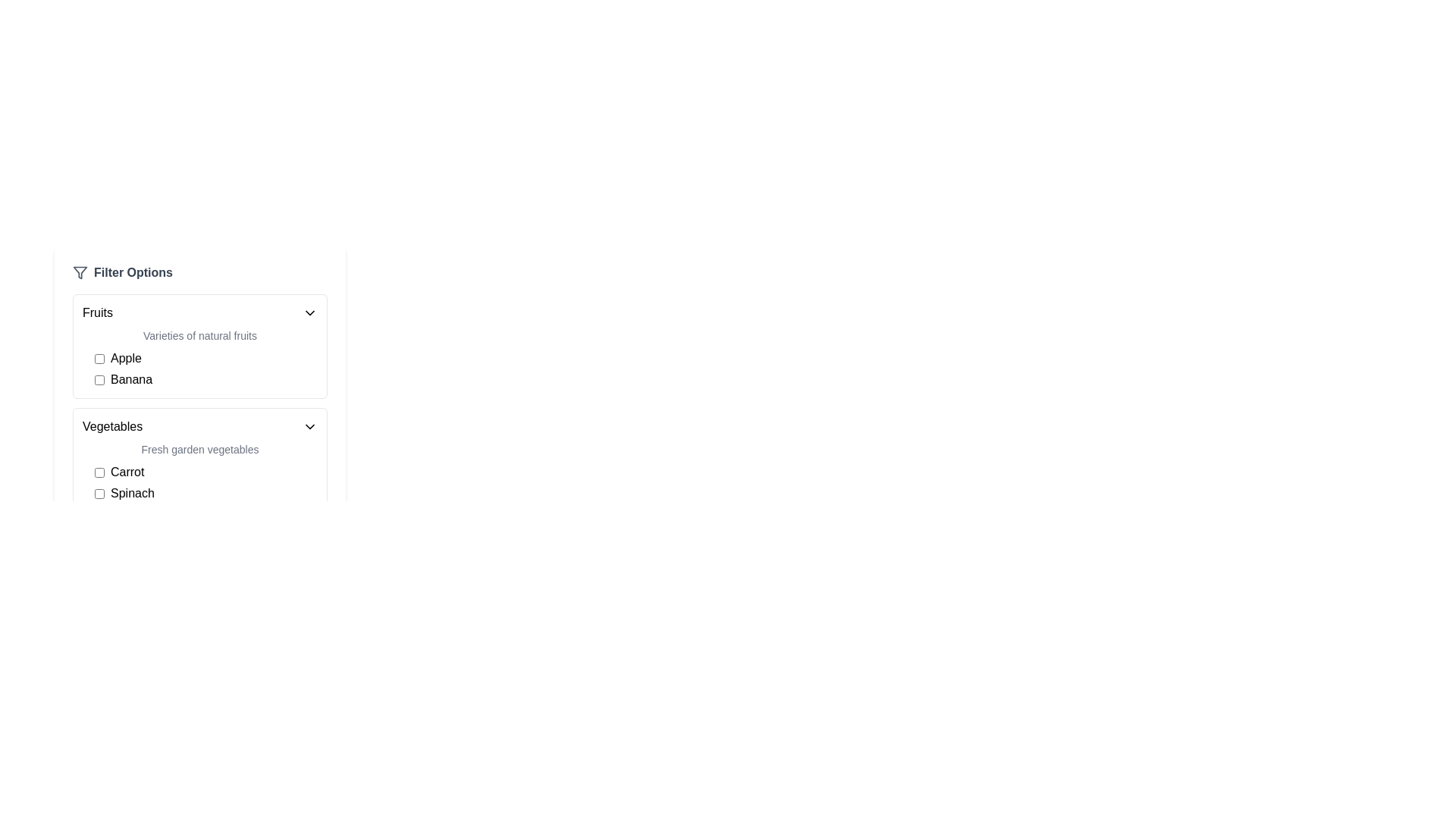 The height and width of the screenshot is (819, 1456). I want to click on the label text 'Spinach' located next to the checkbox in the 'Vegetables' section of the filter menu, which is the second item in this category, so click(132, 494).